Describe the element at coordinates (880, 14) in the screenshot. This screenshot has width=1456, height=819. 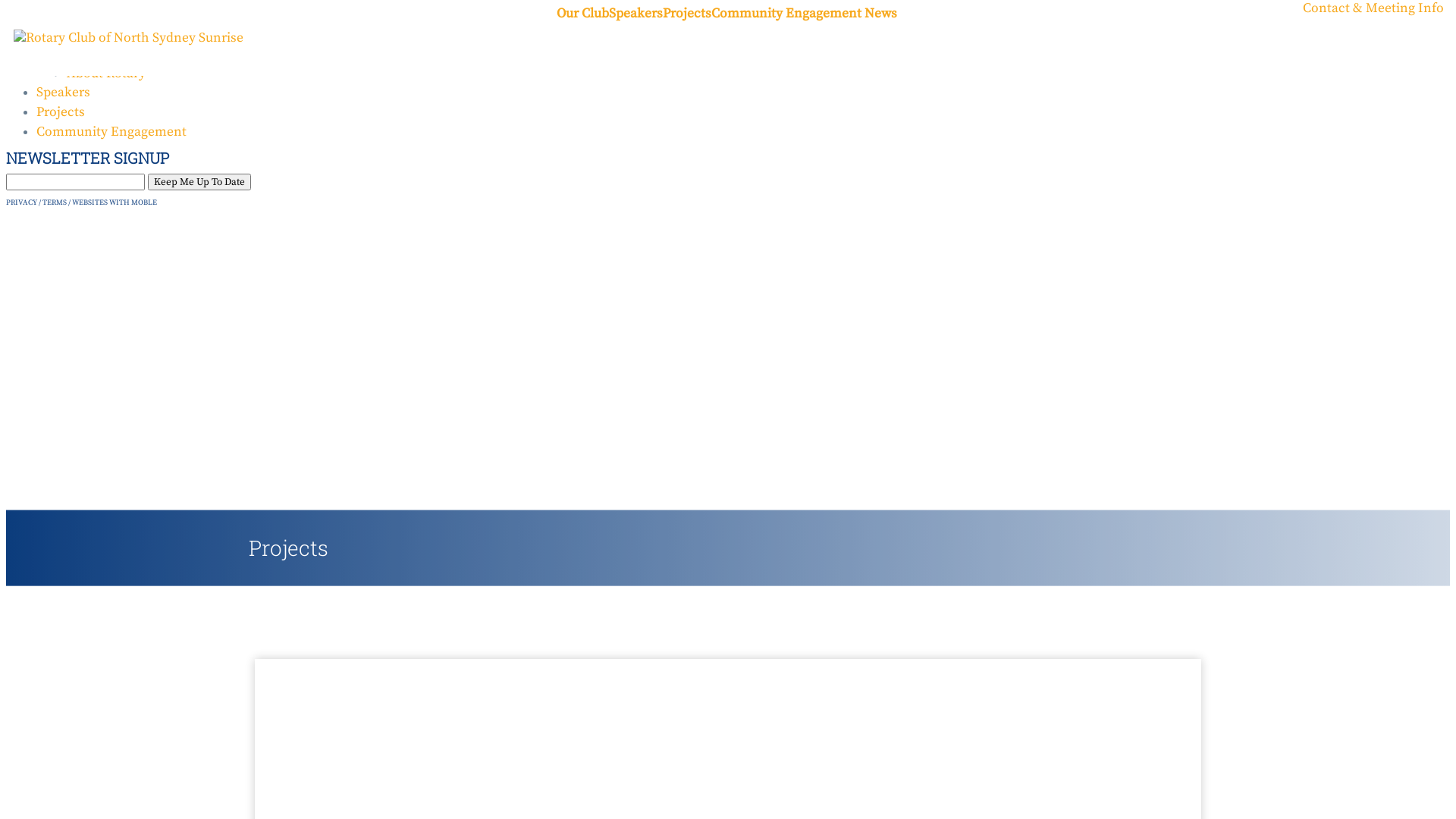
I see `'News'` at that location.